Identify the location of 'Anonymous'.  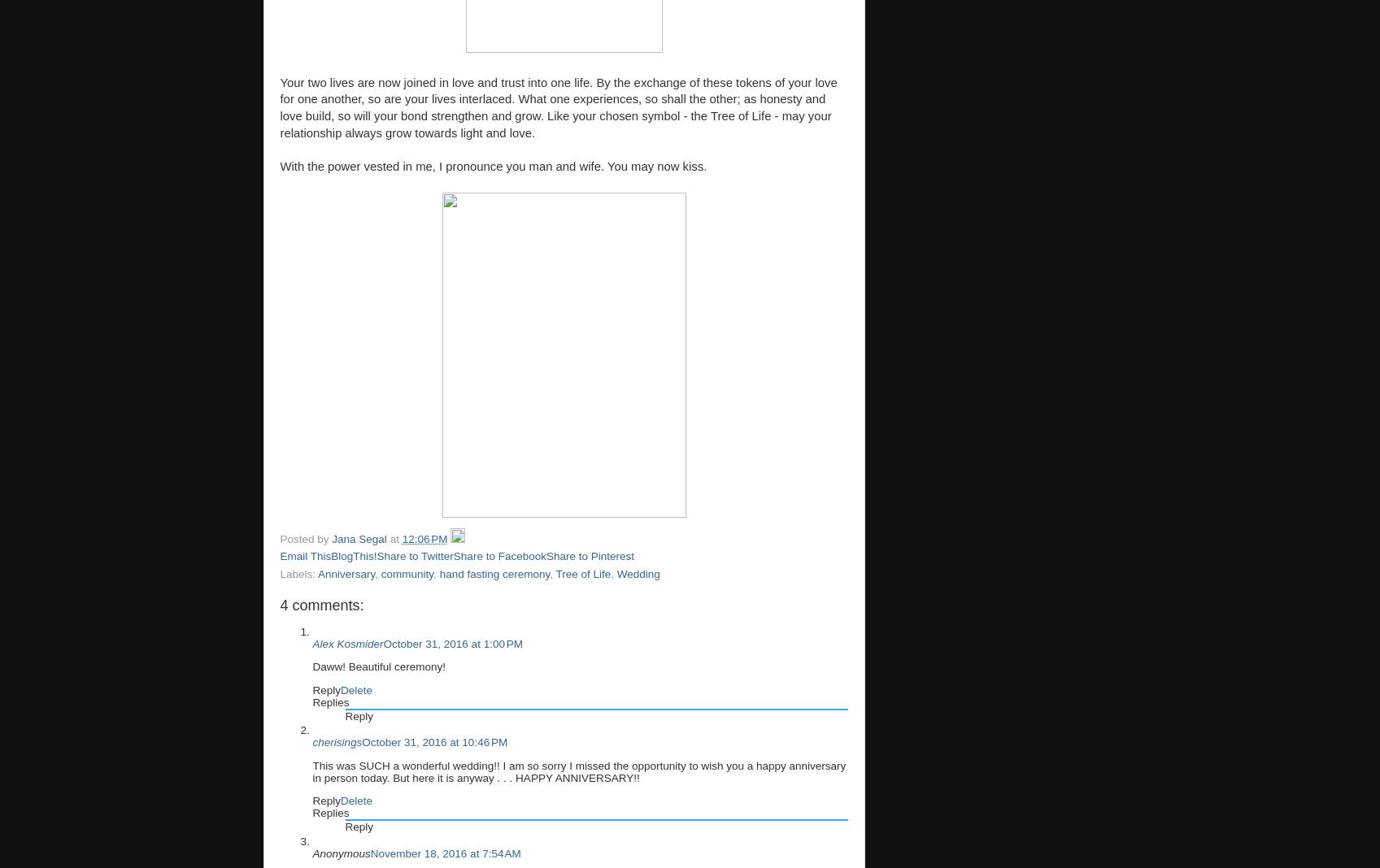
(340, 853).